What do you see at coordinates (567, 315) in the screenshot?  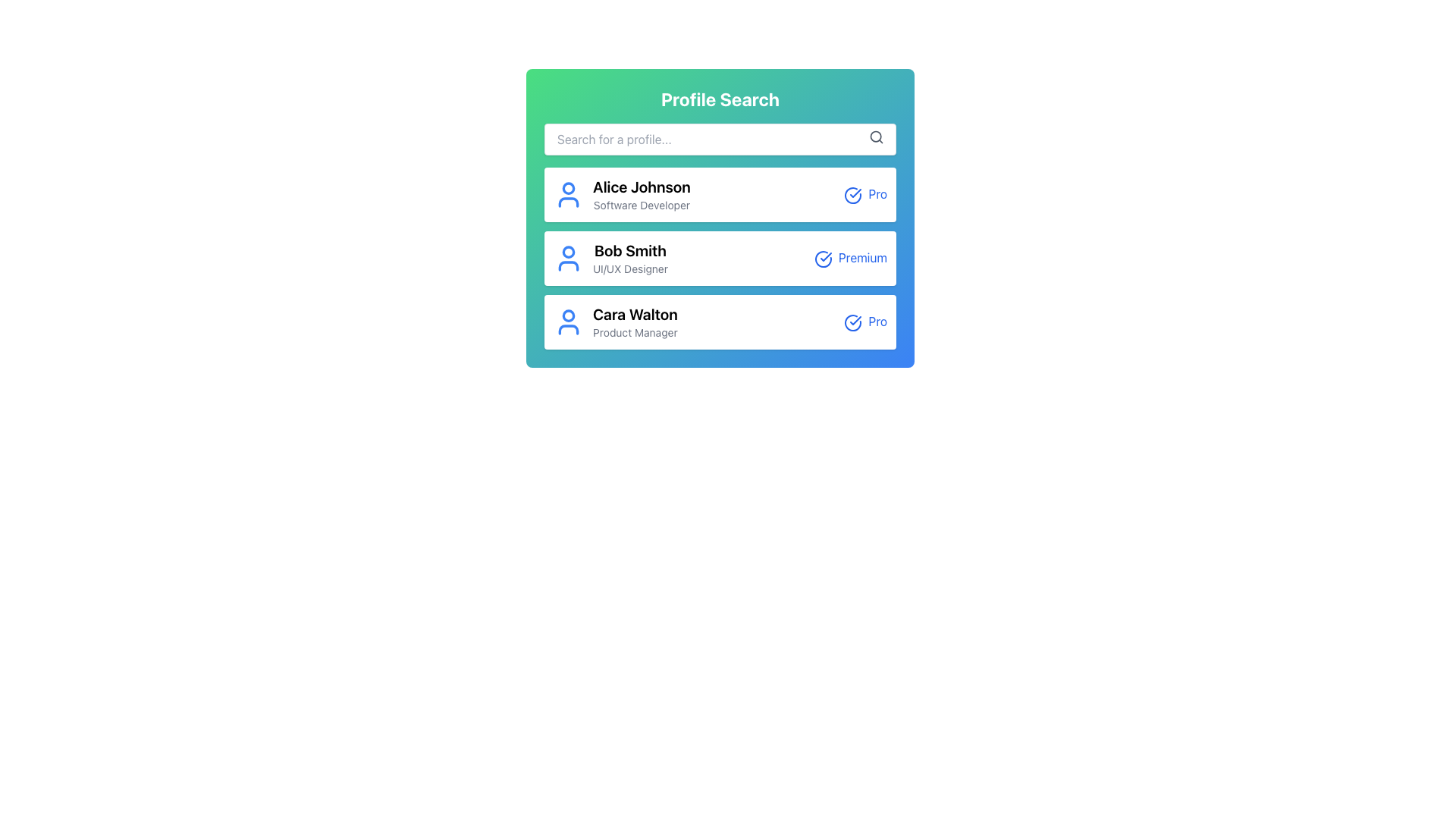 I see `the SVG Circle representing the head part of a person's silhouette in the third Profile Card under the Profile Search header` at bounding box center [567, 315].